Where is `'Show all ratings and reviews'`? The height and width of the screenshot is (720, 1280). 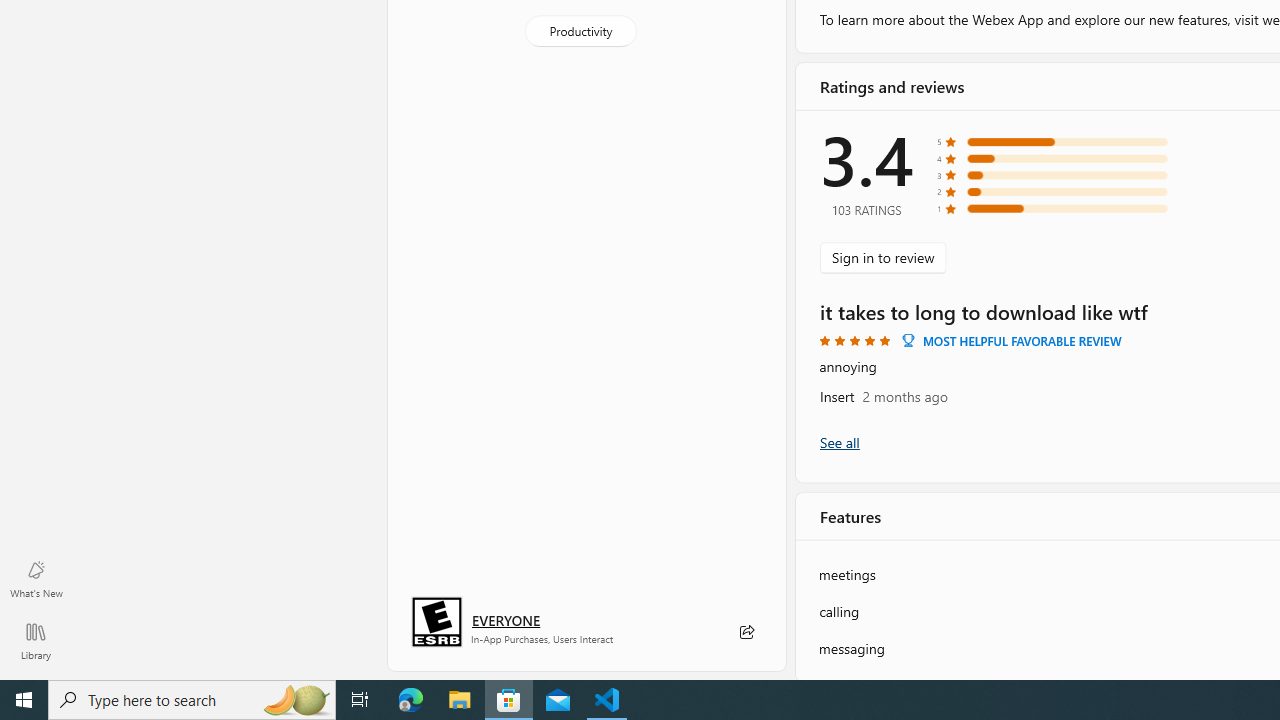
'Show all ratings and reviews' is located at coordinates (839, 441).